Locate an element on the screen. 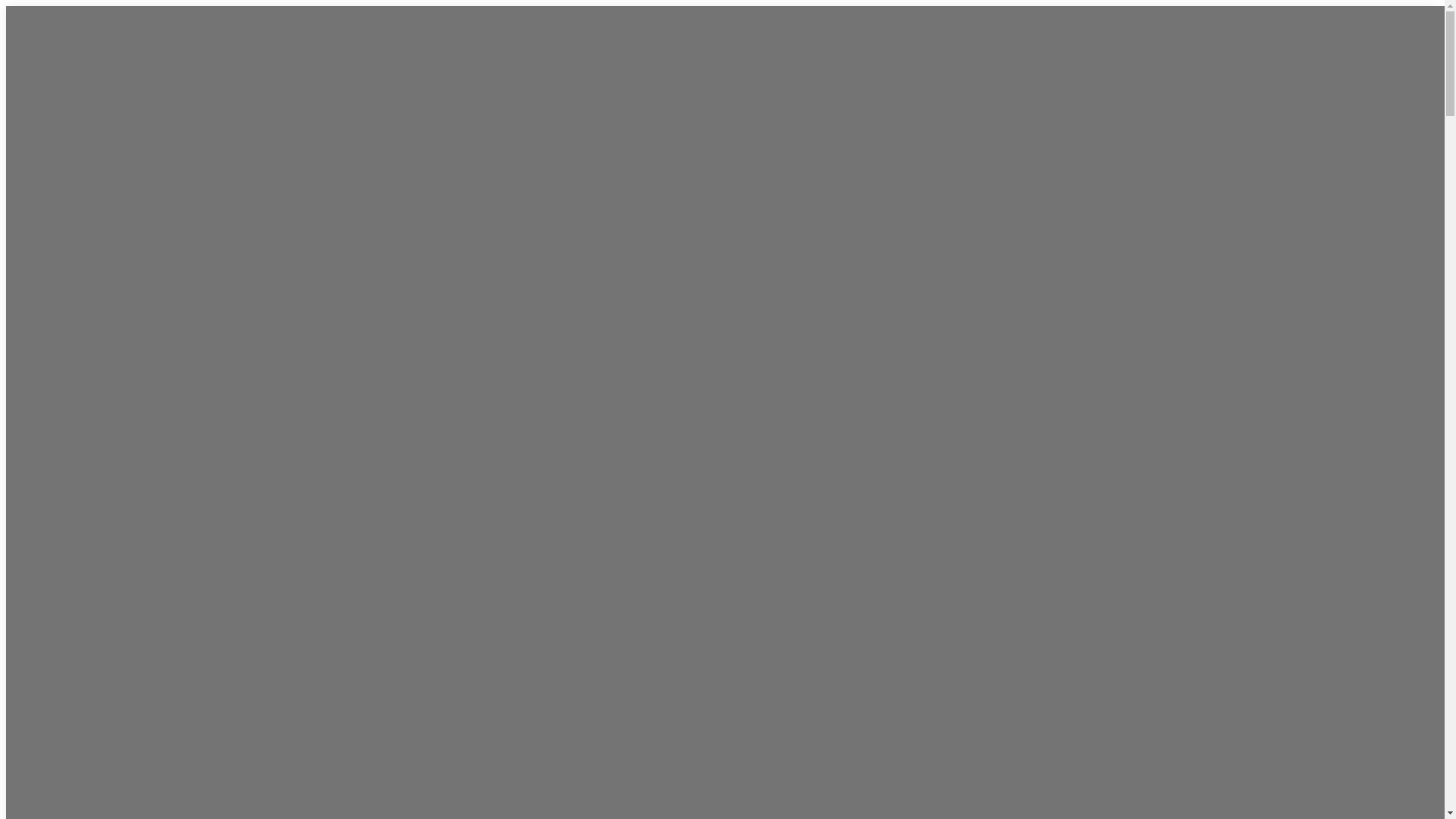 Image resolution: width=1456 pixels, height=819 pixels. 'reception@honeslawyers.com.au' is located at coordinates (949, 513).